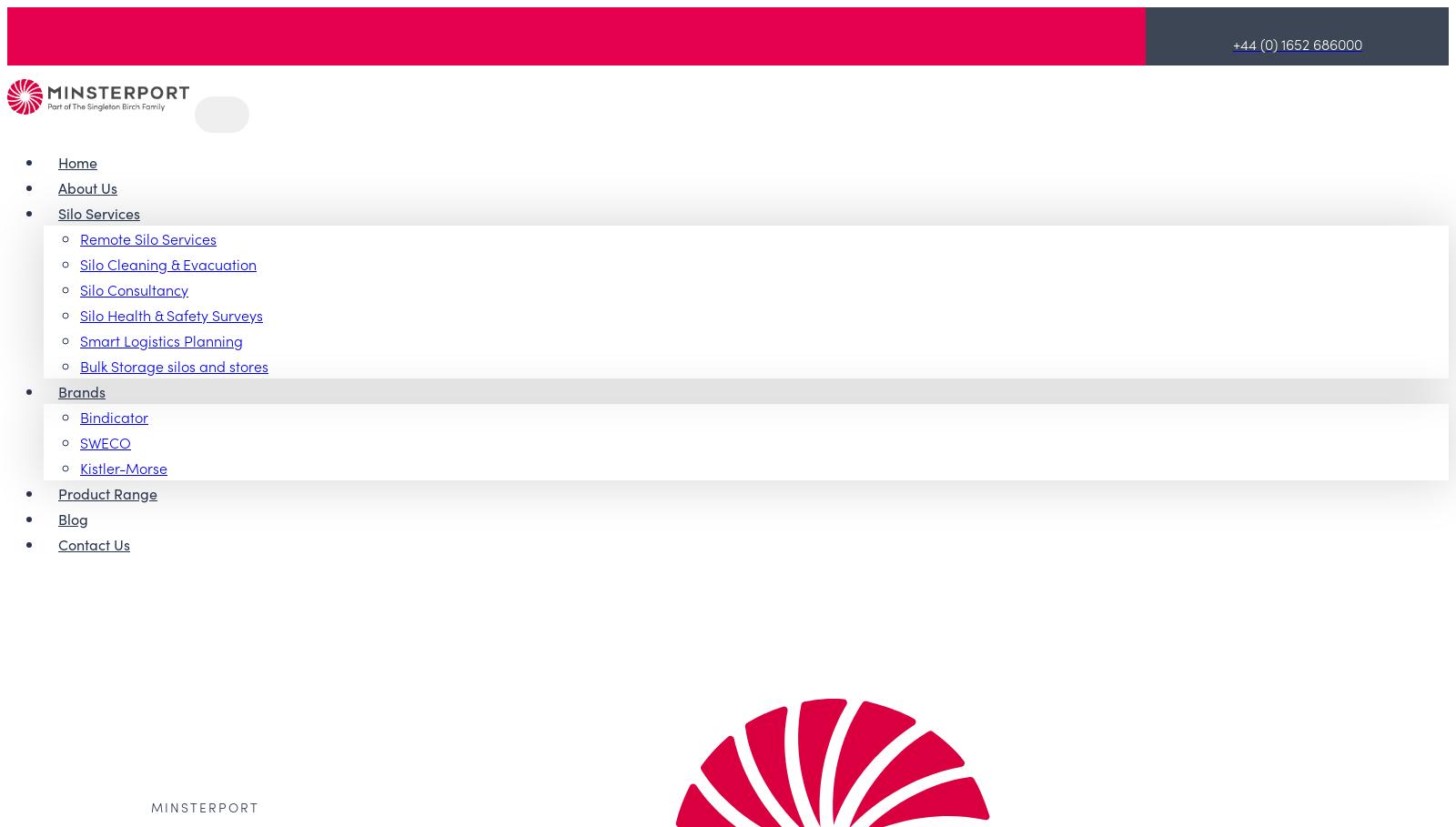 This screenshot has width=1456, height=827. Describe the element at coordinates (205, 806) in the screenshot. I see `'MINSTERPORT'` at that location.